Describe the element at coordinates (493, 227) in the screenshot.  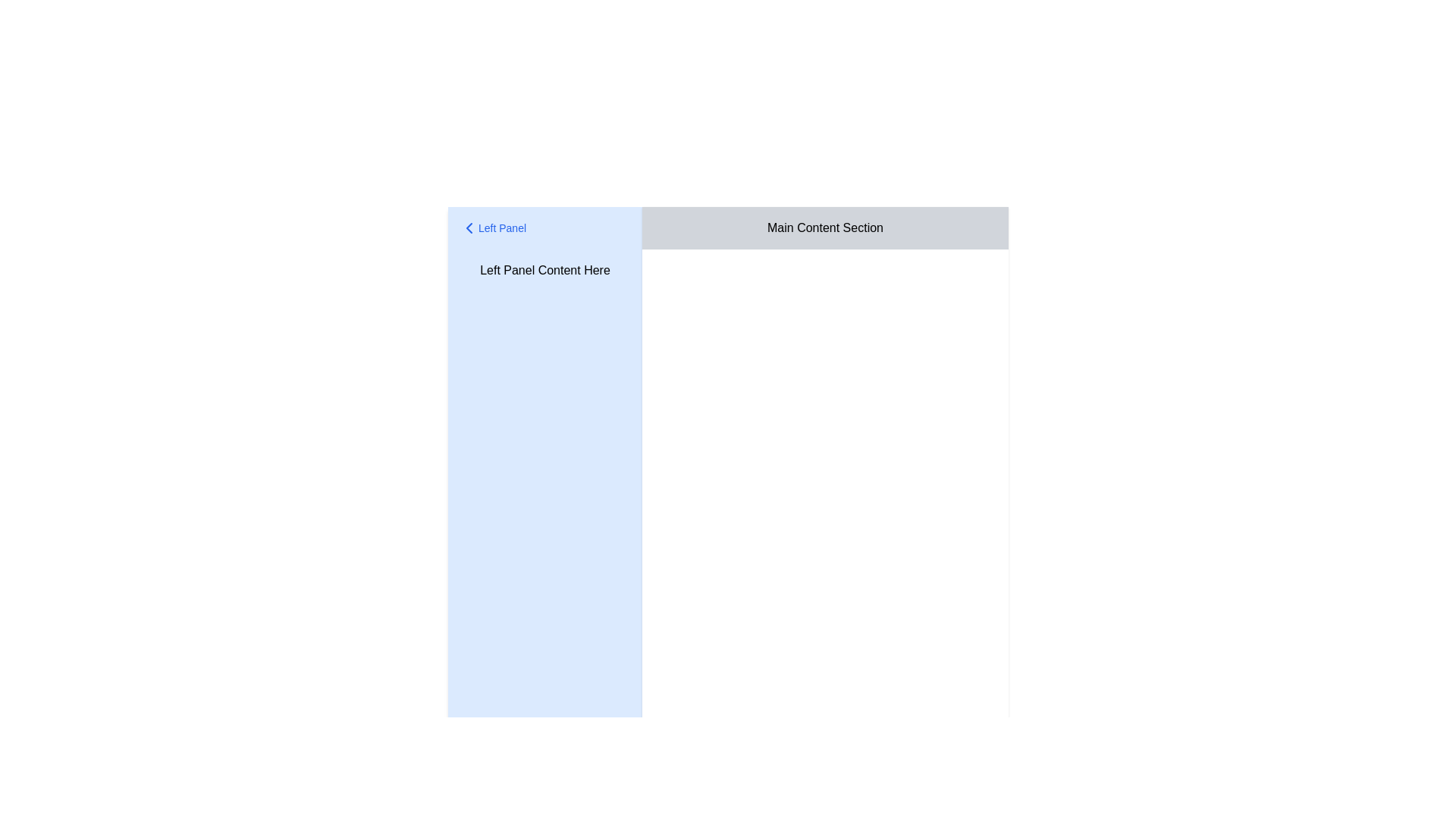
I see `the 'Left Panel' button, which features a blue font and a left-pointing chevron icon` at that location.